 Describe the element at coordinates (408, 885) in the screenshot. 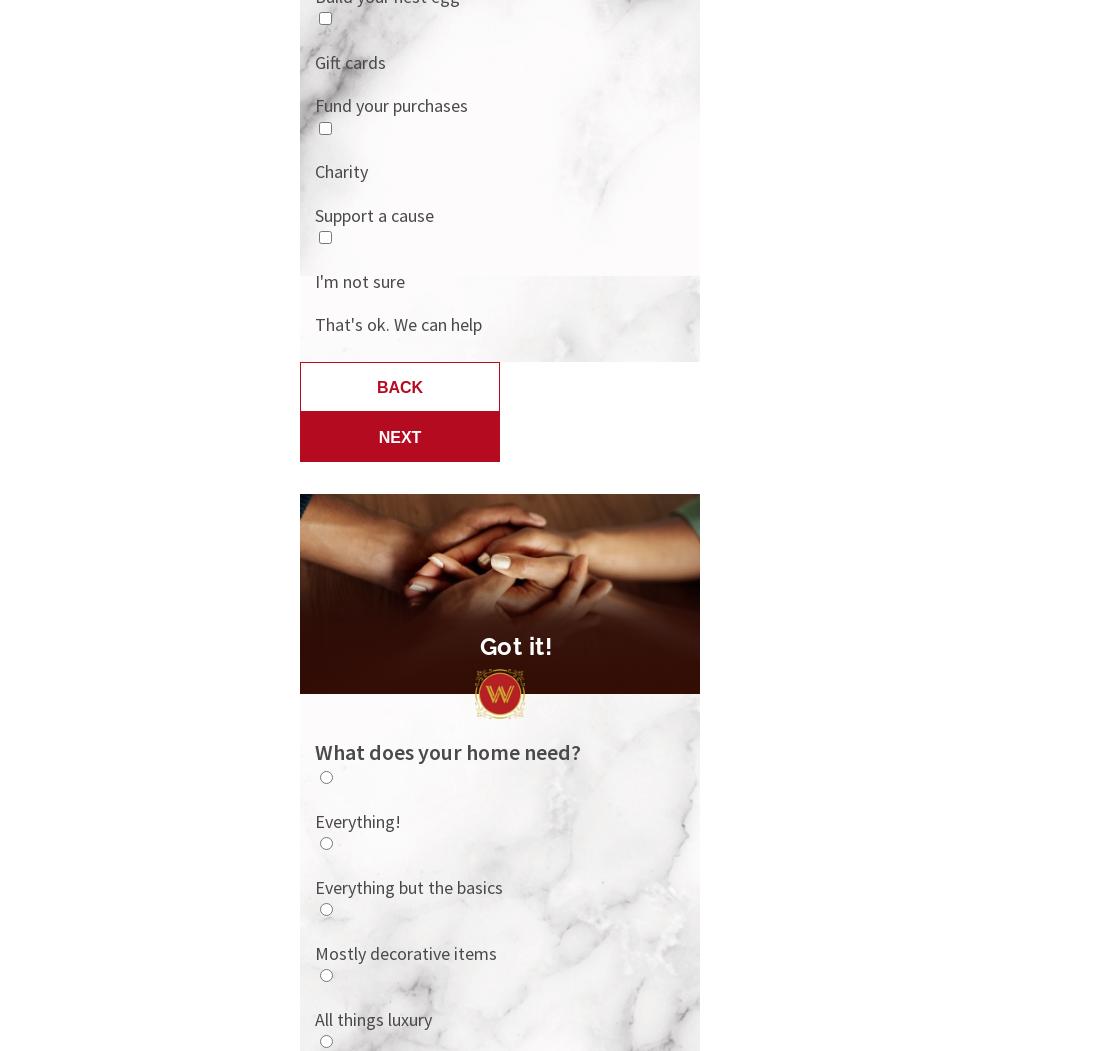

I see `'Everything but the basics'` at that location.